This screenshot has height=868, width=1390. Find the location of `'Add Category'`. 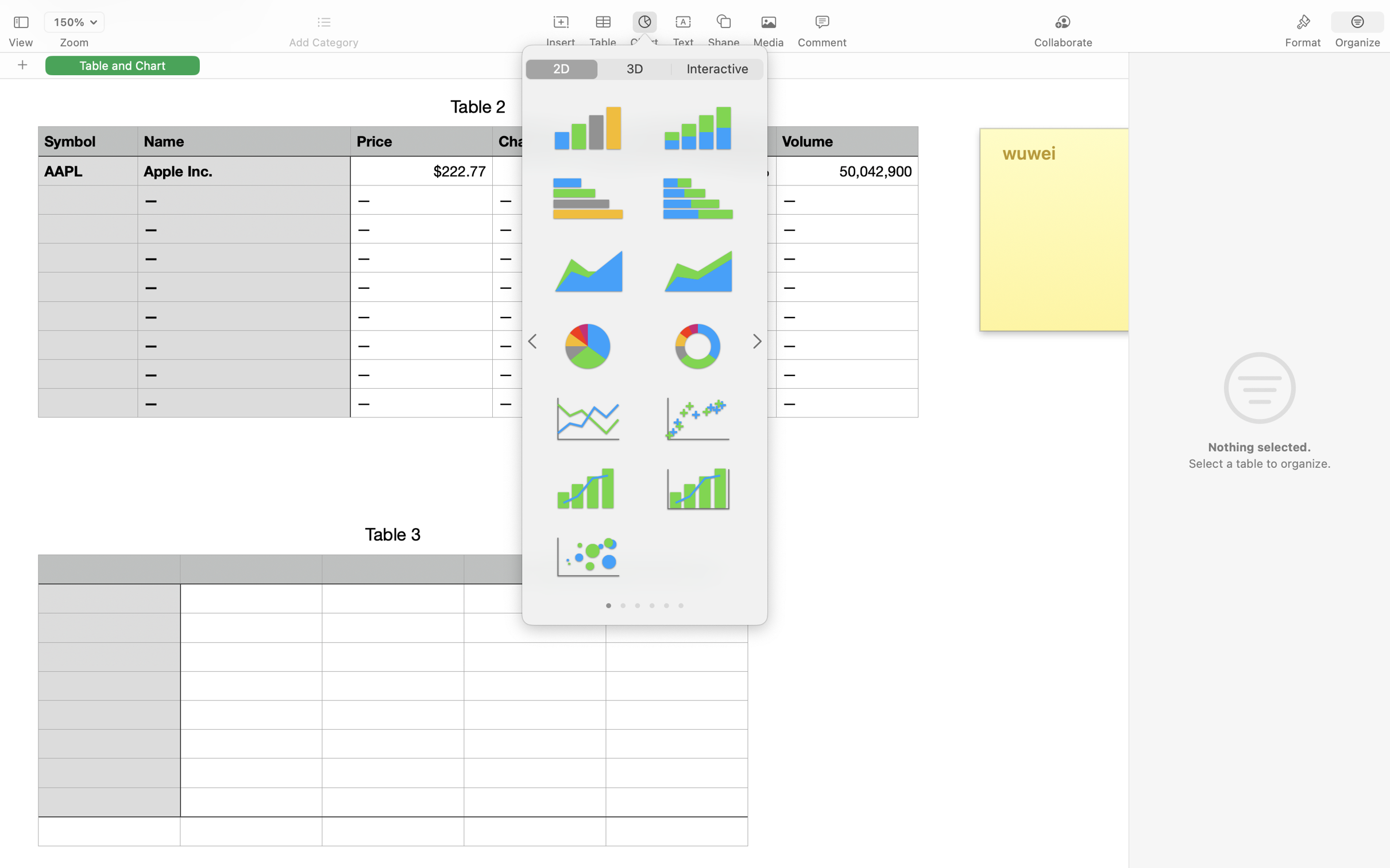

'Add Category' is located at coordinates (322, 42).